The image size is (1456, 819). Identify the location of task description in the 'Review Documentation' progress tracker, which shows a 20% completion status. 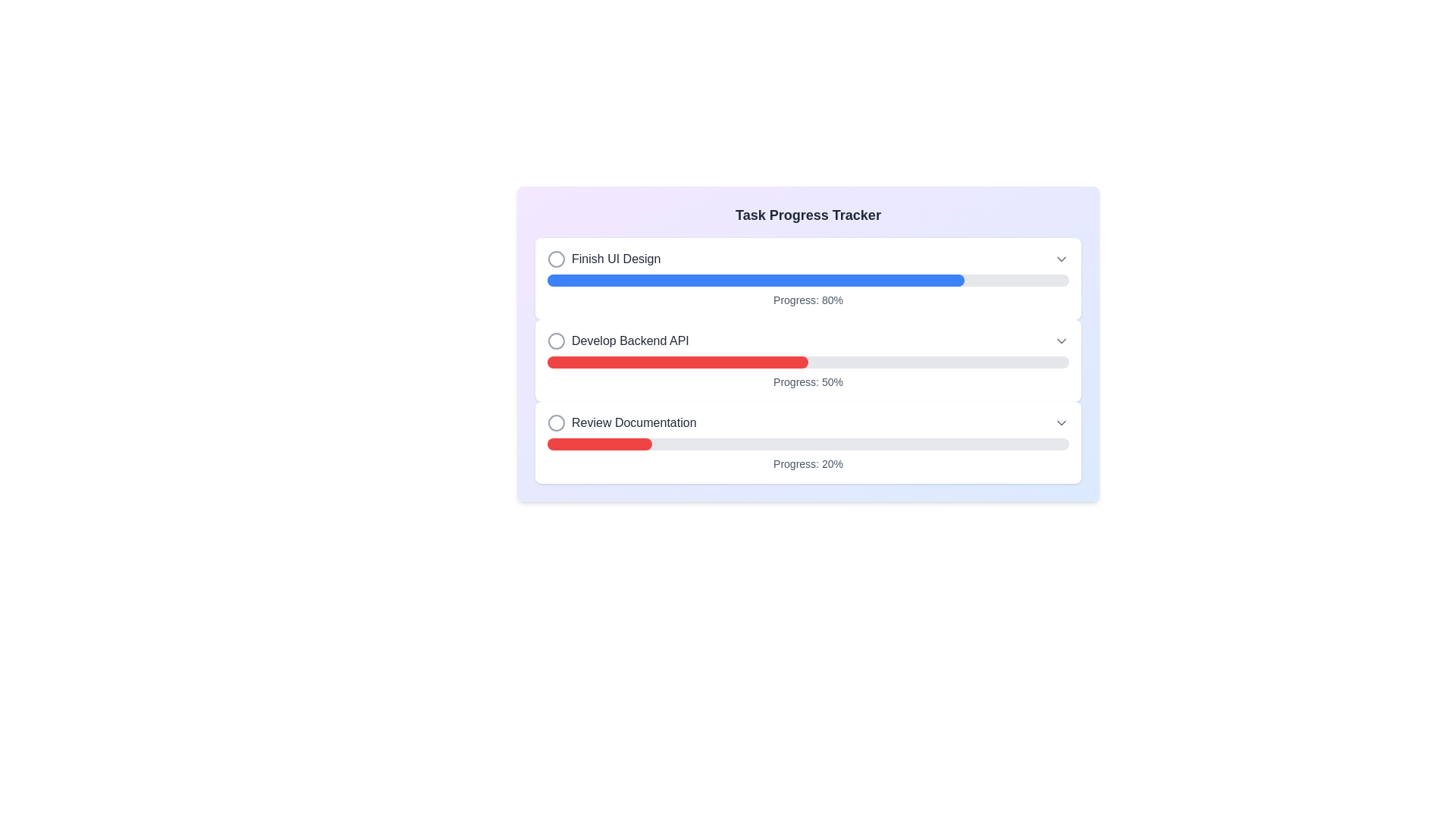
(807, 442).